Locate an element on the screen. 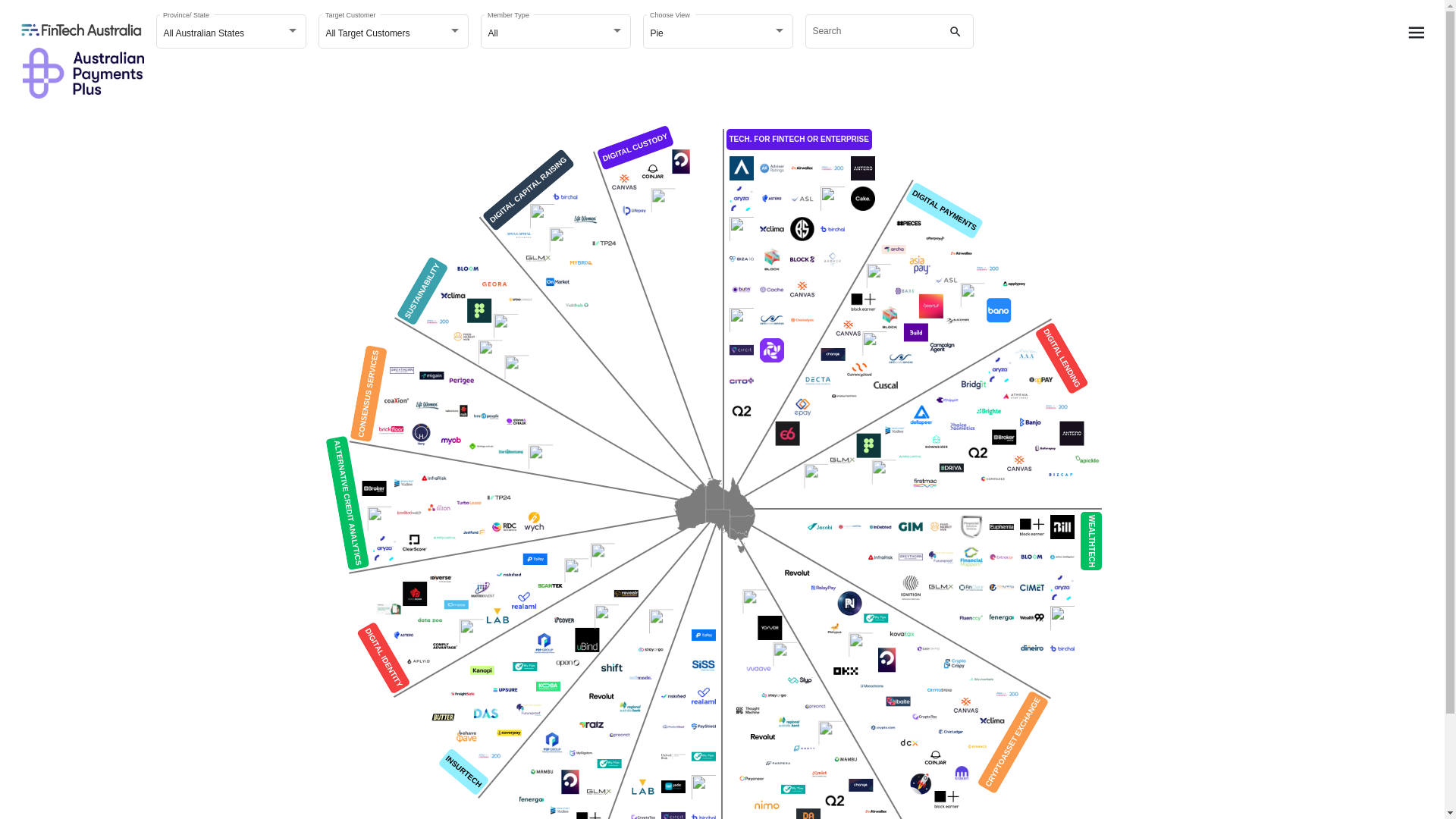 The height and width of the screenshot is (819, 1456). 'Australian Settlements Limited (ASL)' is located at coordinates (801, 198).